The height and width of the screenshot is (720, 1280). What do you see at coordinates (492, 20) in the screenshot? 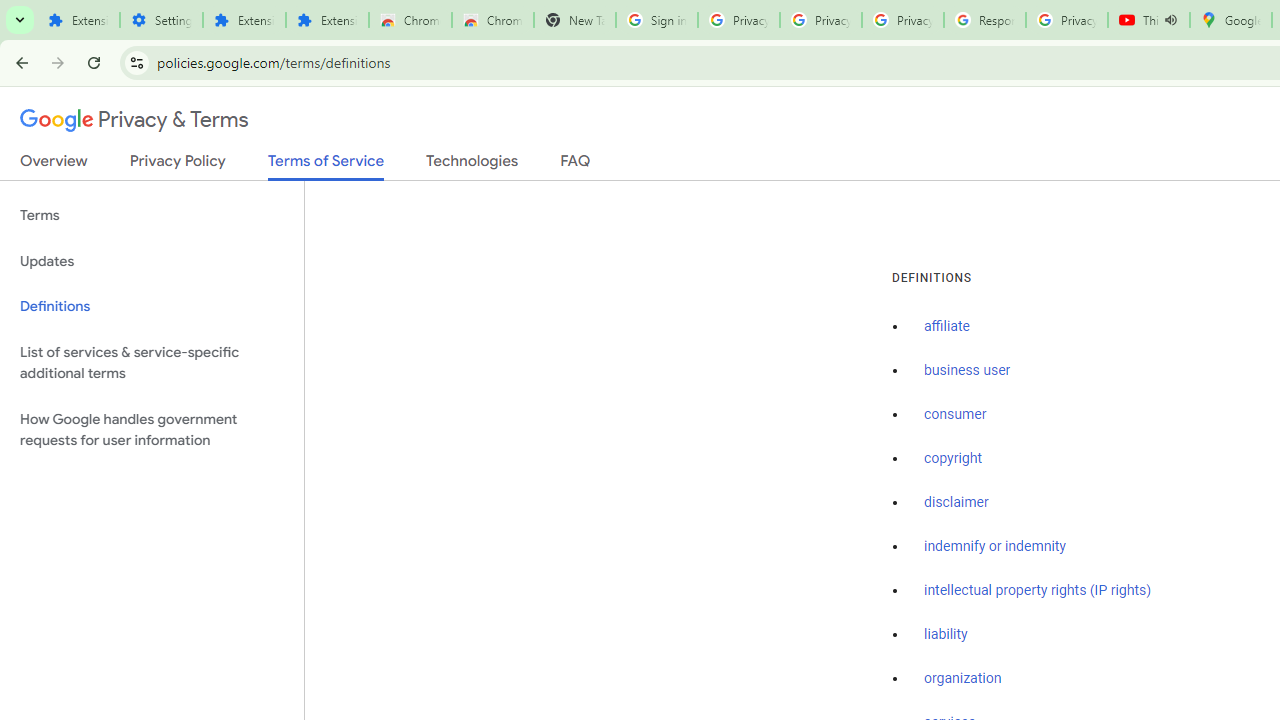
I see `'Chrome Web Store - Themes'` at bounding box center [492, 20].